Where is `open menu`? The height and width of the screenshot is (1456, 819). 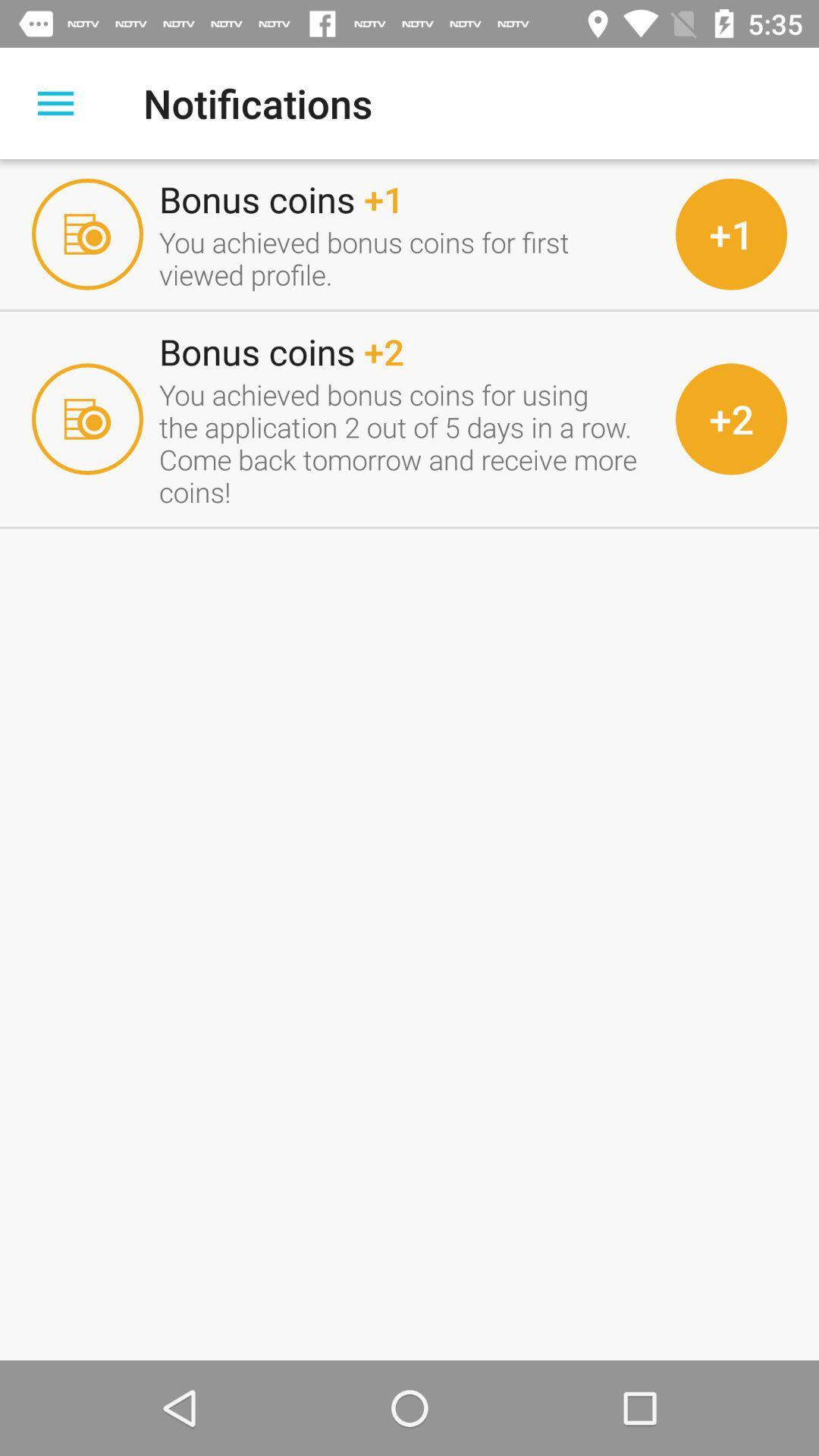 open menu is located at coordinates (55, 102).